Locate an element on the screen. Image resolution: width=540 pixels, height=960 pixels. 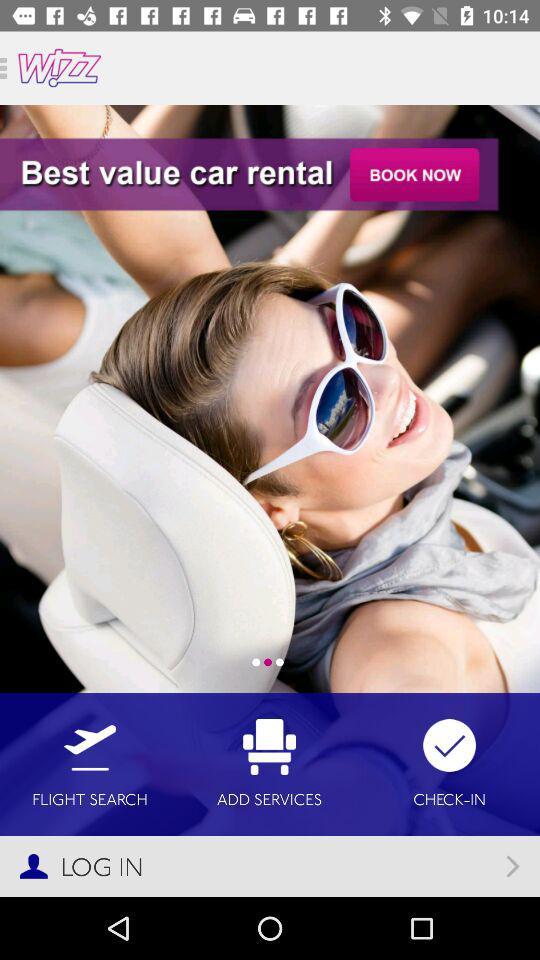
icon to the right of the add services item is located at coordinates (449, 763).